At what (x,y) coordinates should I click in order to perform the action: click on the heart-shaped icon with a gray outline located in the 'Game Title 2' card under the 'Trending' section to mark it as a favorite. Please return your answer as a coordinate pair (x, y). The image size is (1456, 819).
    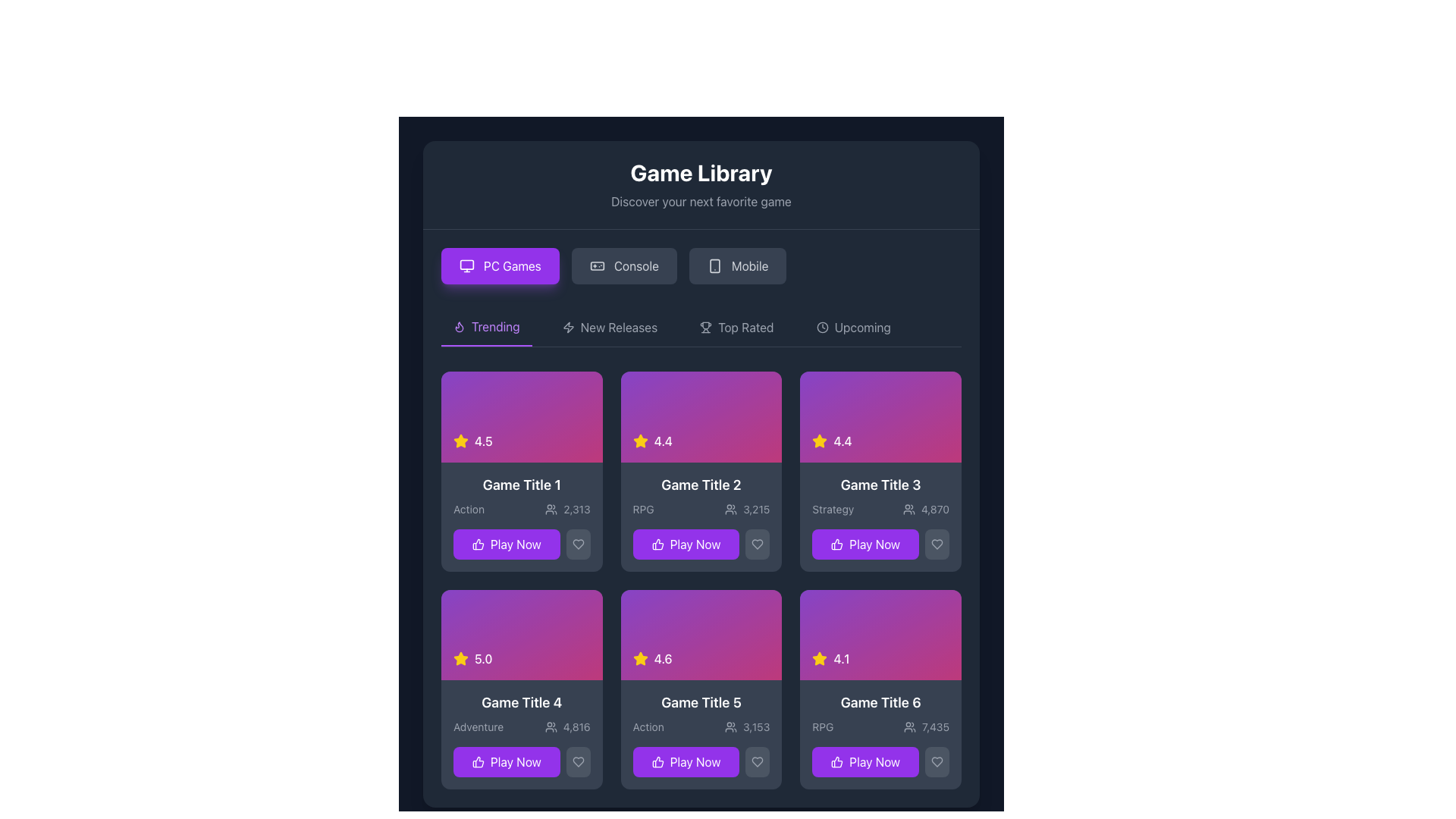
    Looking at the image, I should click on (758, 543).